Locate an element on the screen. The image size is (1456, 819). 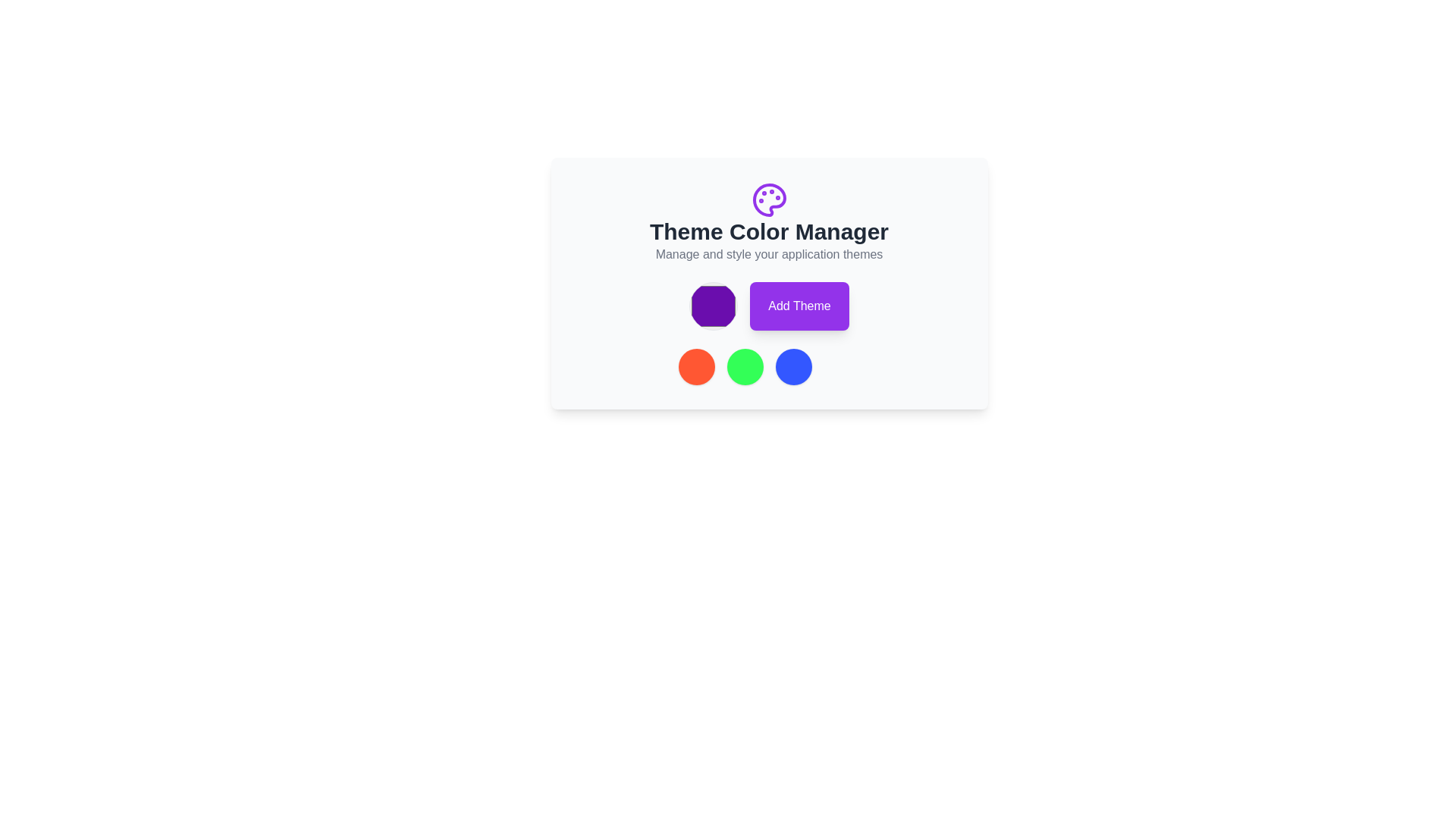
the bright blue circular Color Picker Option located beneath the 'Theme Color Manager' title is located at coordinates (792, 366).